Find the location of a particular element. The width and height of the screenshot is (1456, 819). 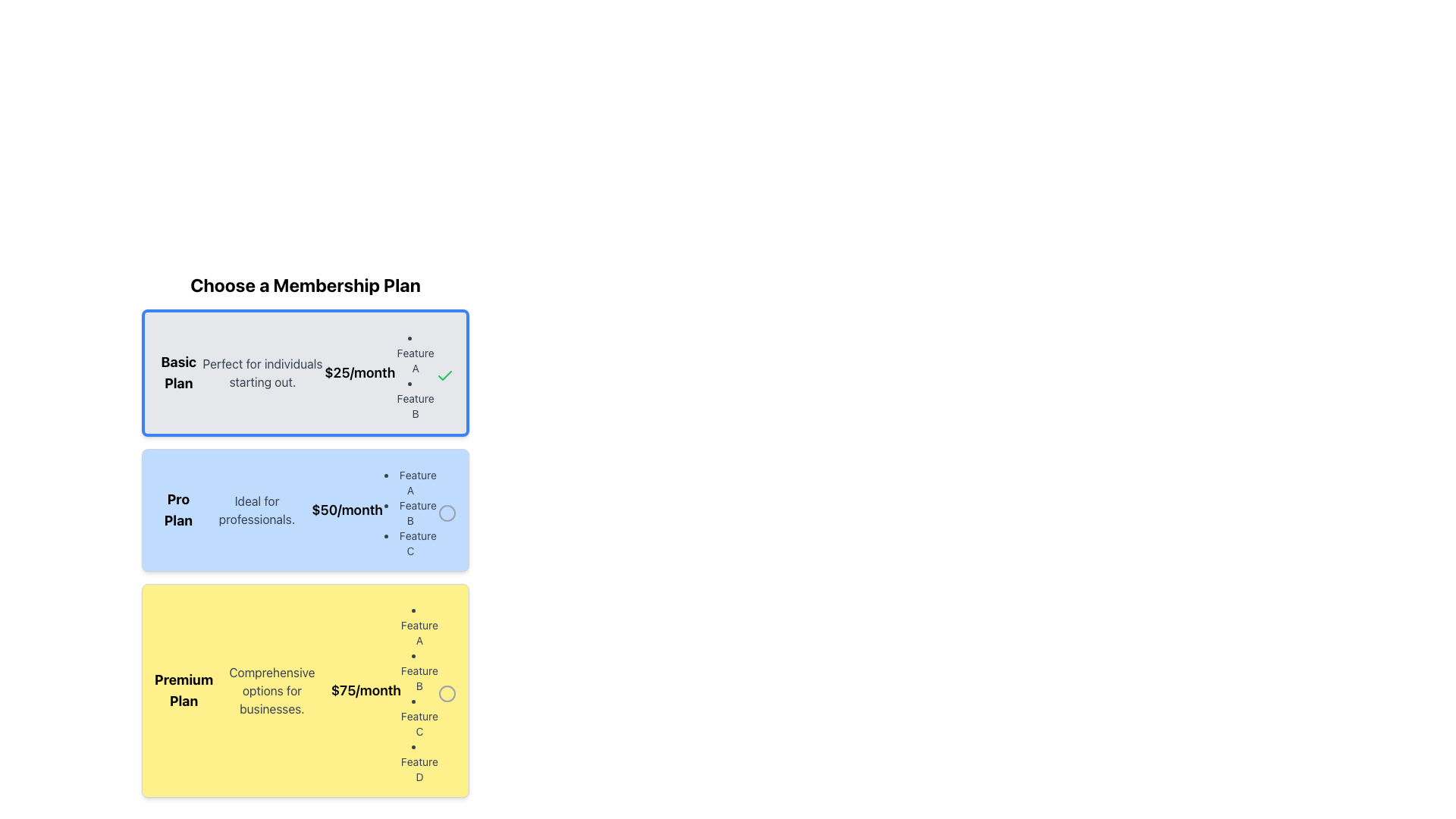

text label 'Feature B' which is the second item in the bulleted list within the blue card labeled 'Pro Plan' is located at coordinates (410, 513).